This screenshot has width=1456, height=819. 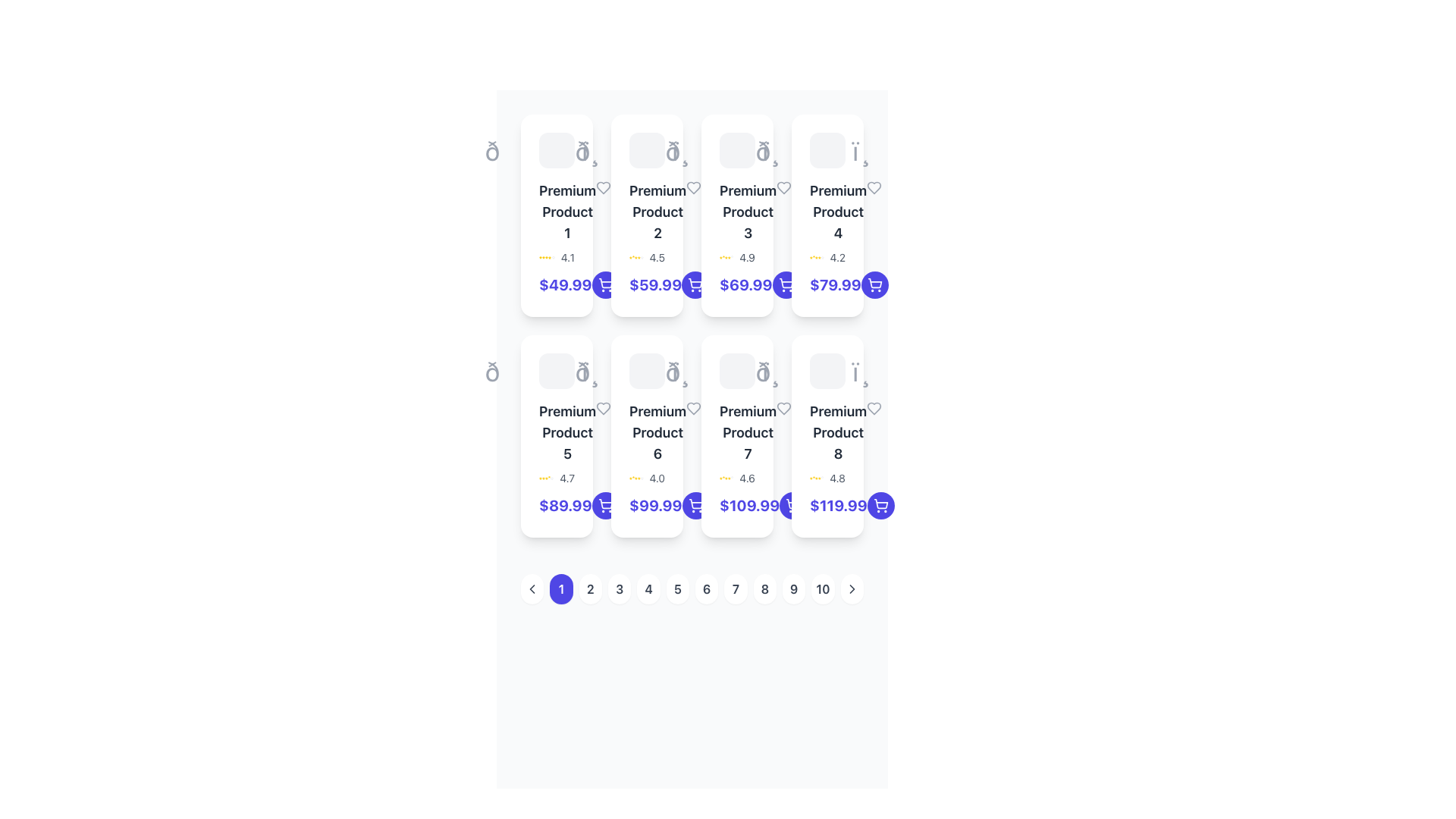 What do you see at coordinates (874, 284) in the screenshot?
I see `the 'Add to Cart' button for 'Premium Product 4' located at the bottom-right corner of its card` at bounding box center [874, 284].